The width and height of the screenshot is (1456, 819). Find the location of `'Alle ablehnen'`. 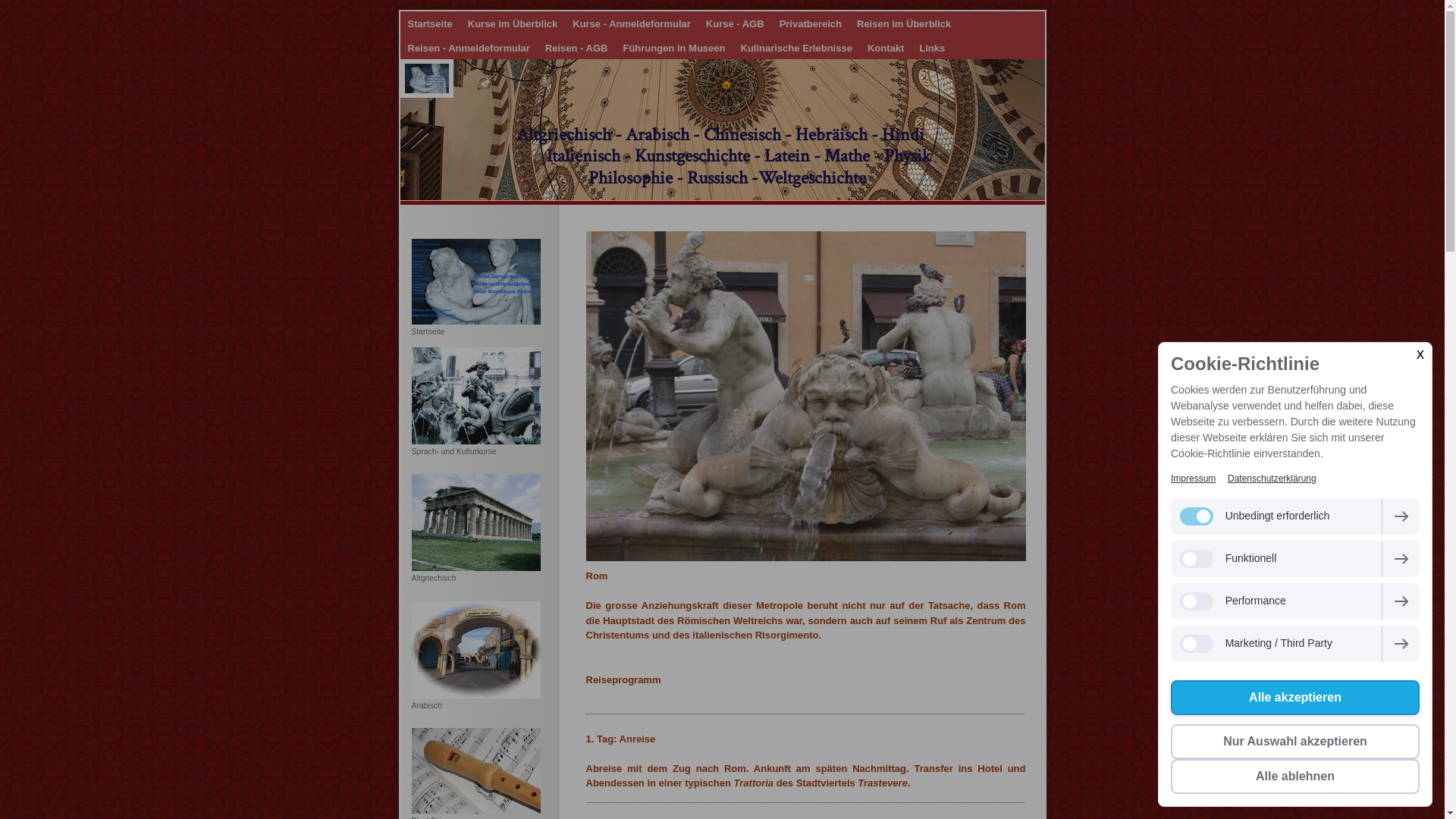

'Alle ablehnen' is located at coordinates (1294, 776).